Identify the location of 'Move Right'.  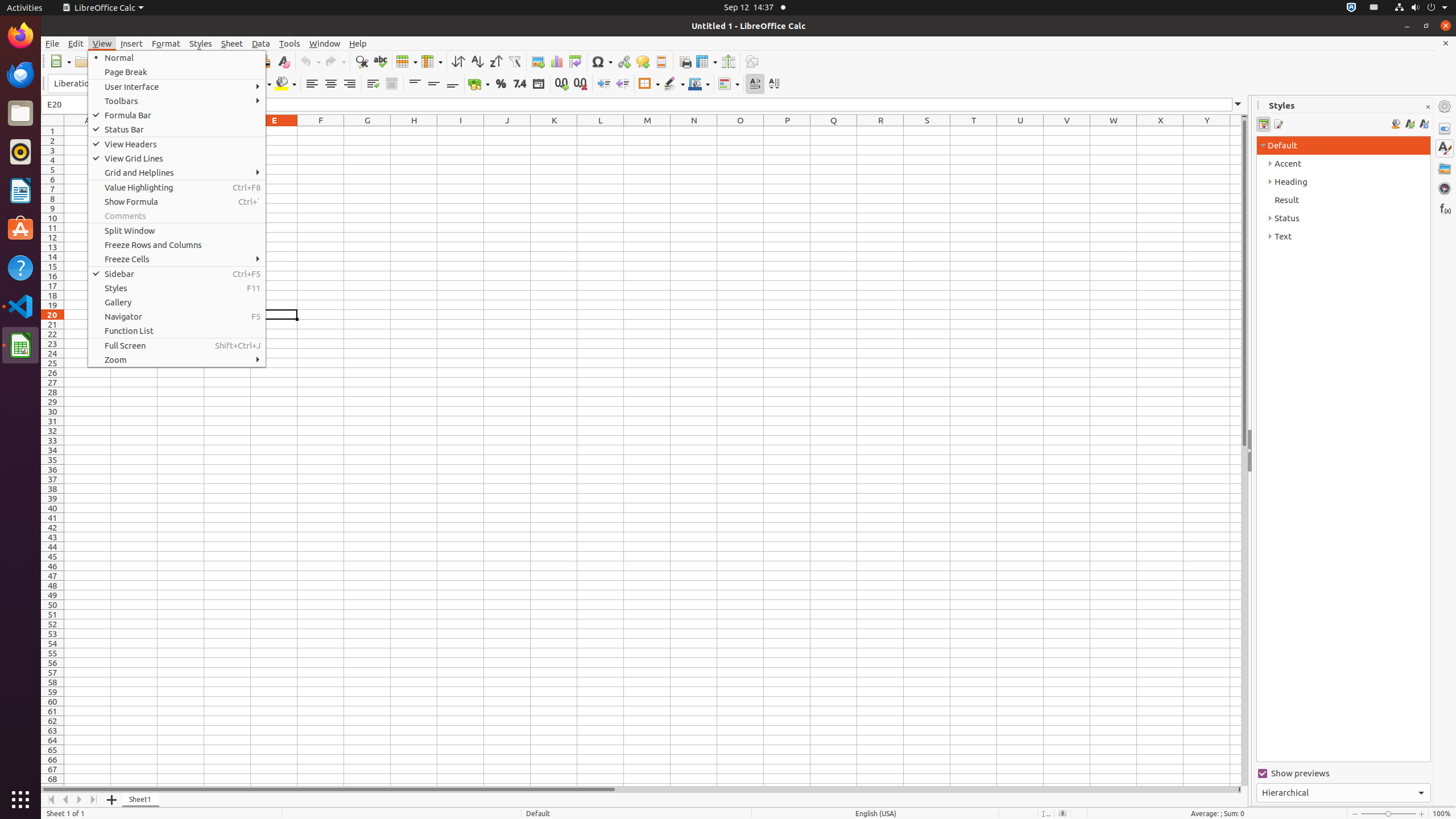
(79, 799).